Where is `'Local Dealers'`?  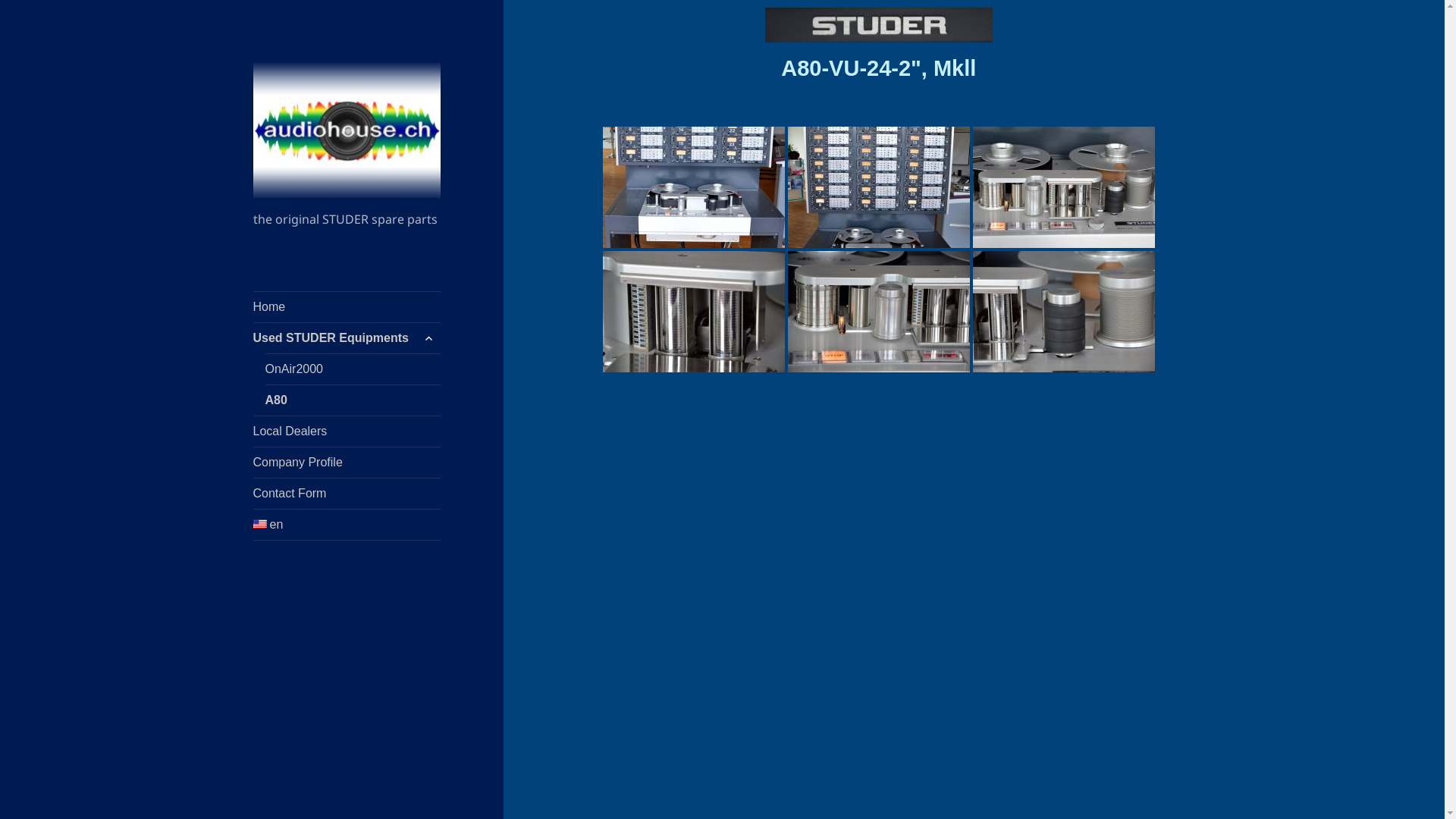 'Local Dealers' is located at coordinates (346, 431).